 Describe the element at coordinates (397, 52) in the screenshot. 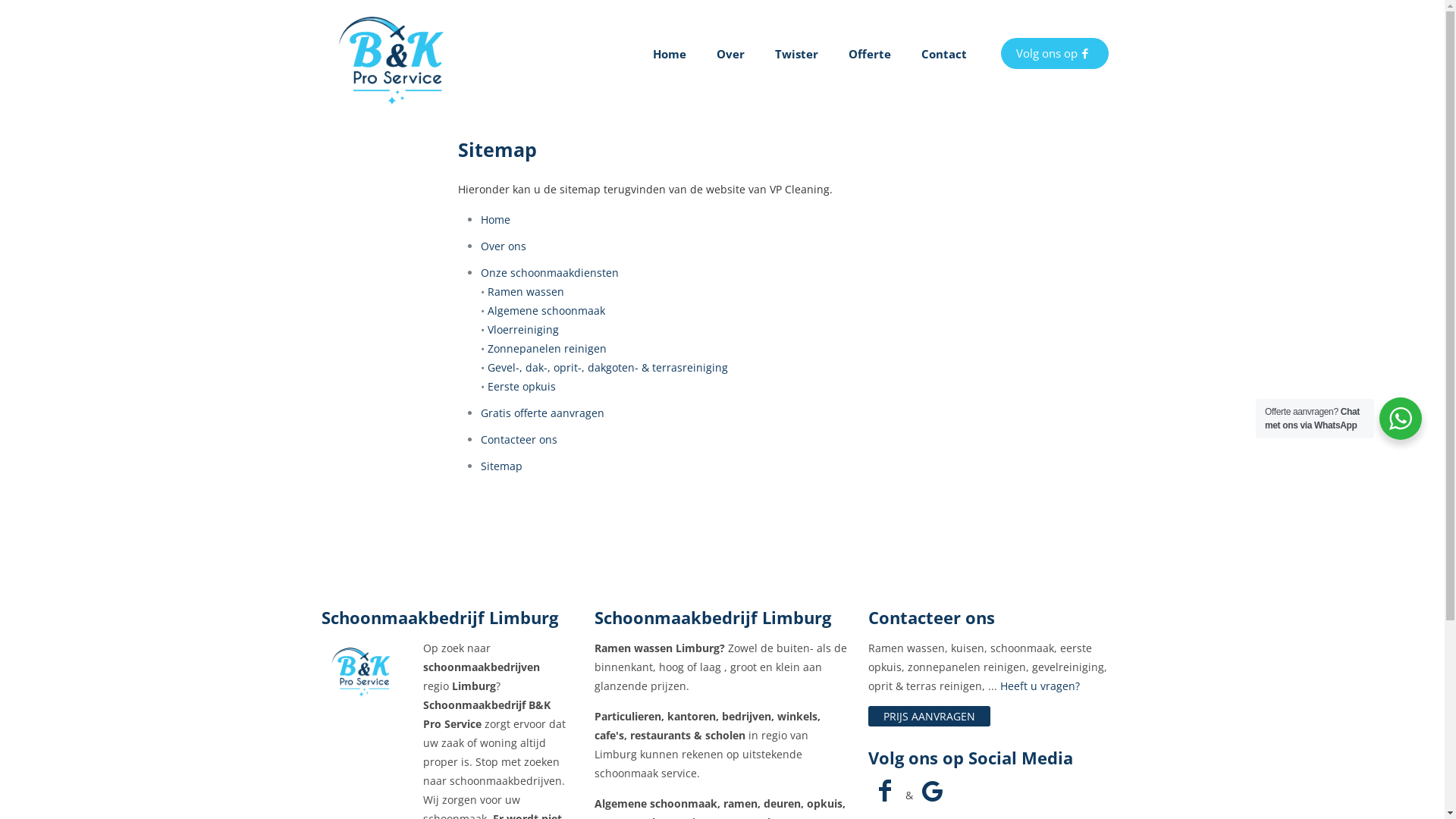

I see `'B&K Pro Service'` at that location.